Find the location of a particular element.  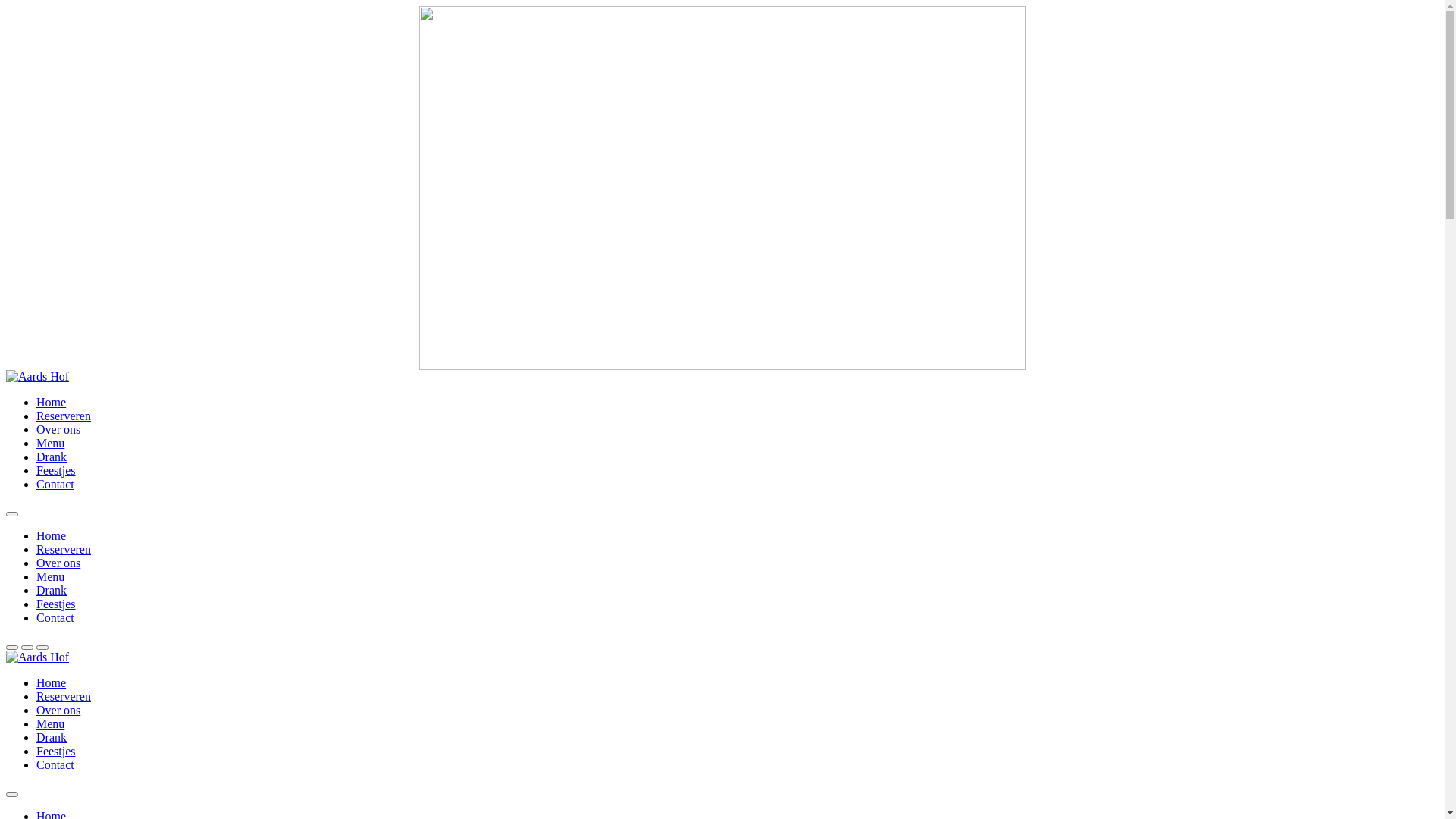

'Home' is located at coordinates (51, 682).